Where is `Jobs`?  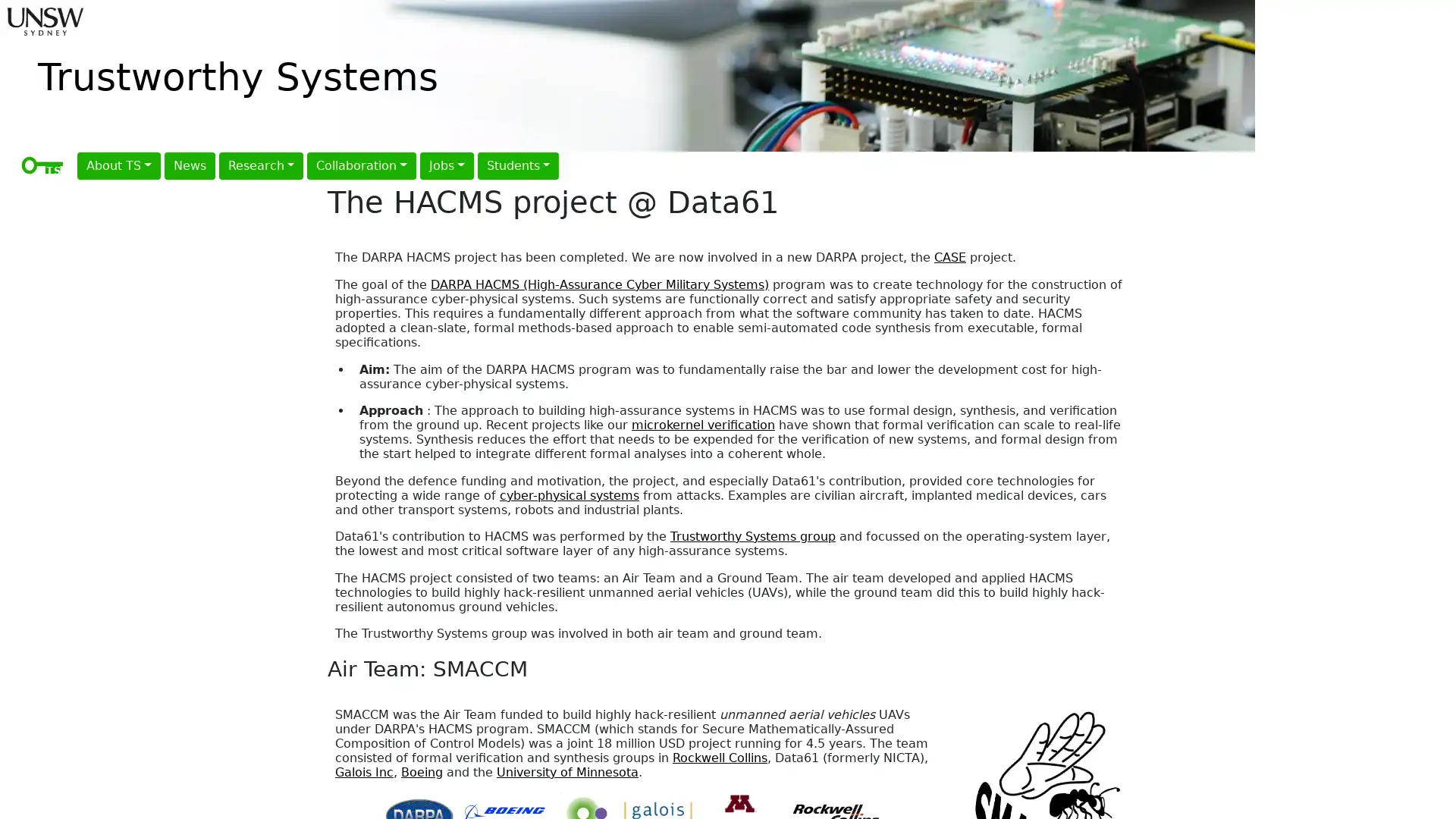 Jobs is located at coordinates (446, 165).